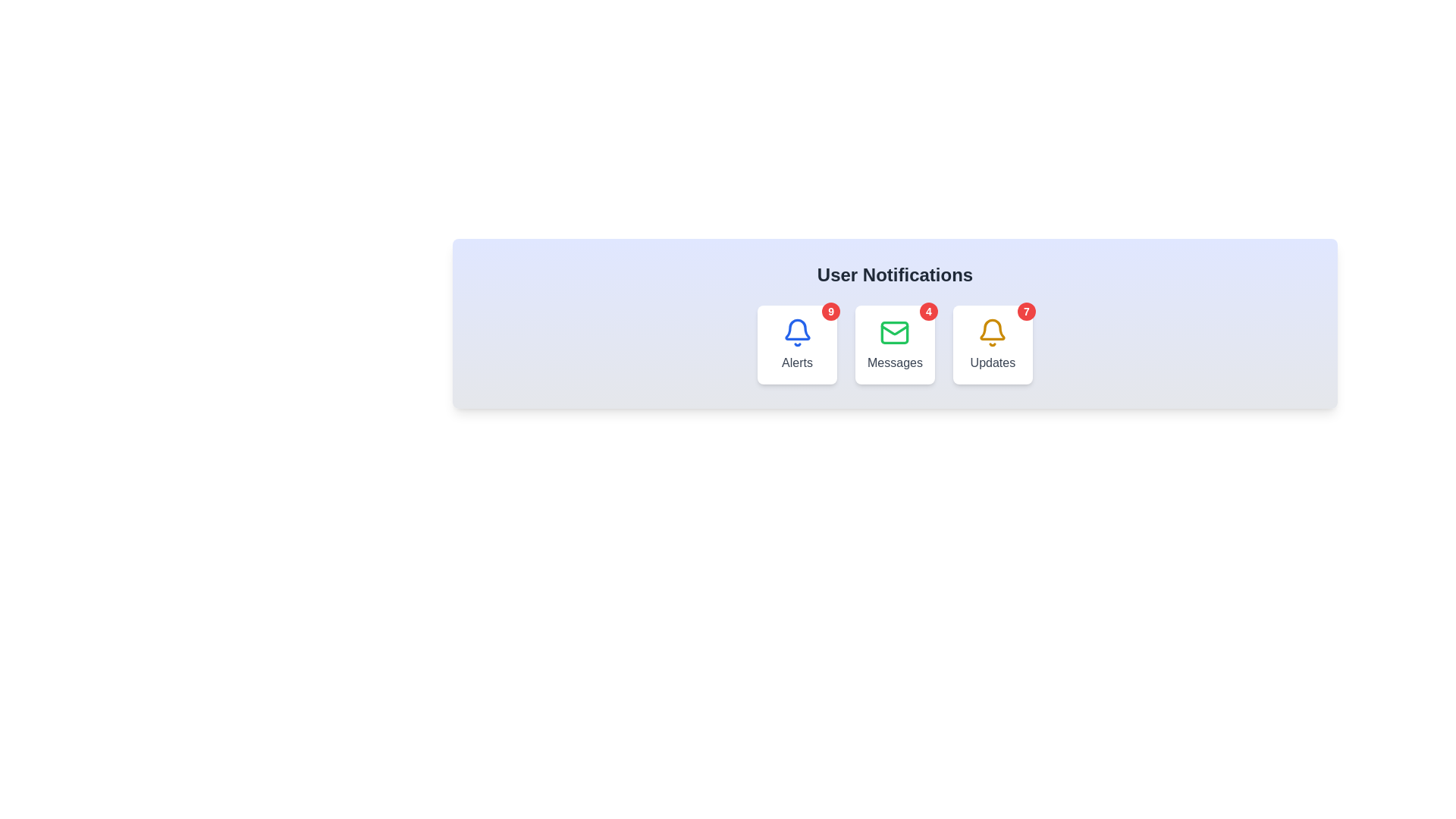 This screenshot has height=819, width=1456. What do you see at coordinates (1026, 311) in the screenshot?
I see `badge indicator showing the number of pending updates, located at the top-right corner of the 'Updates' card, above the bell icon` at bounding box center [1026, 311].